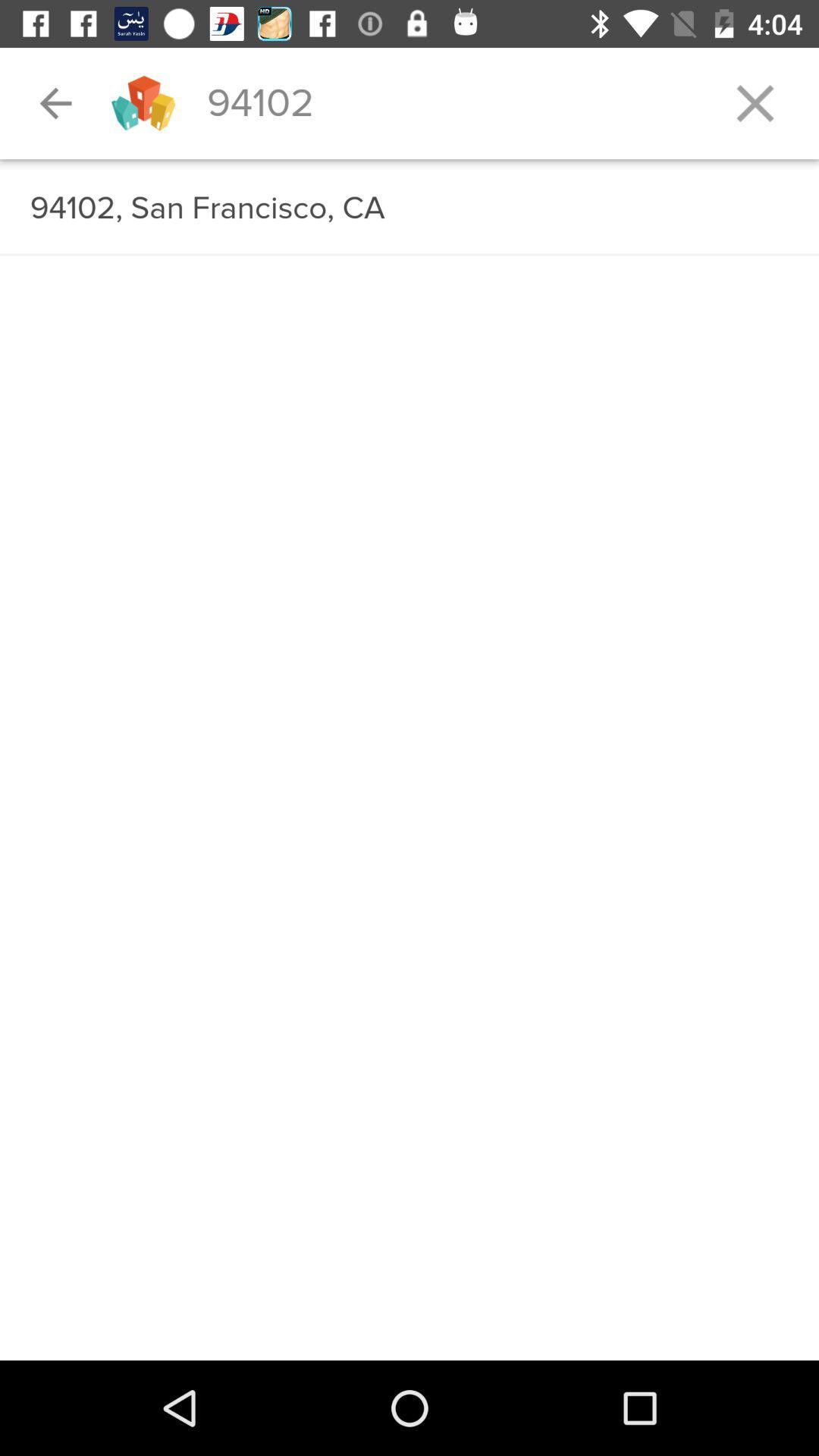 The height and width of the screenshot is (1456, 819). I want to click on icon to the right of 94102, so click(755, 102).